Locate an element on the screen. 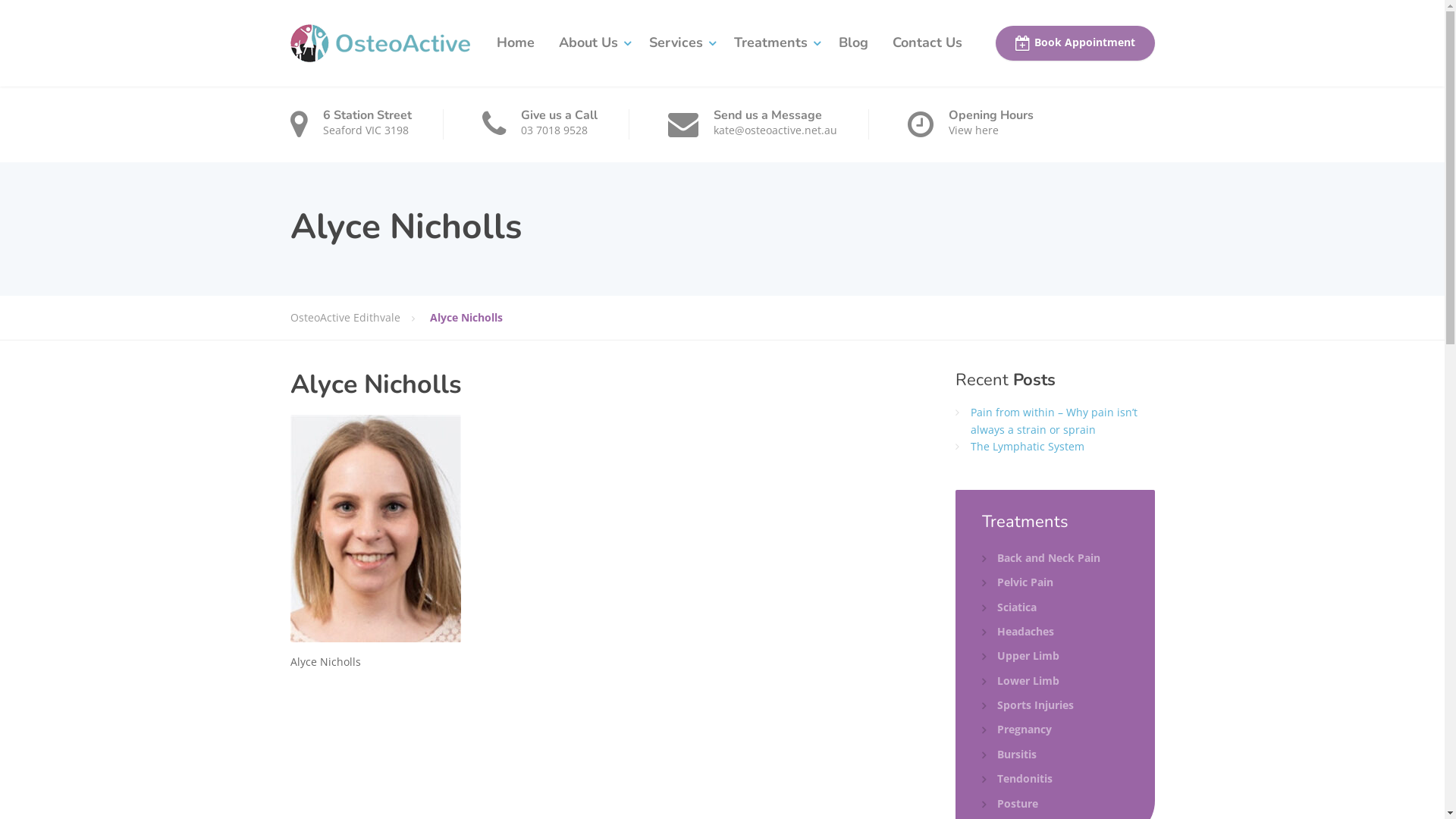 The image size is (1456, 819). 'Headaches' is located at coordinates (1018, 632).